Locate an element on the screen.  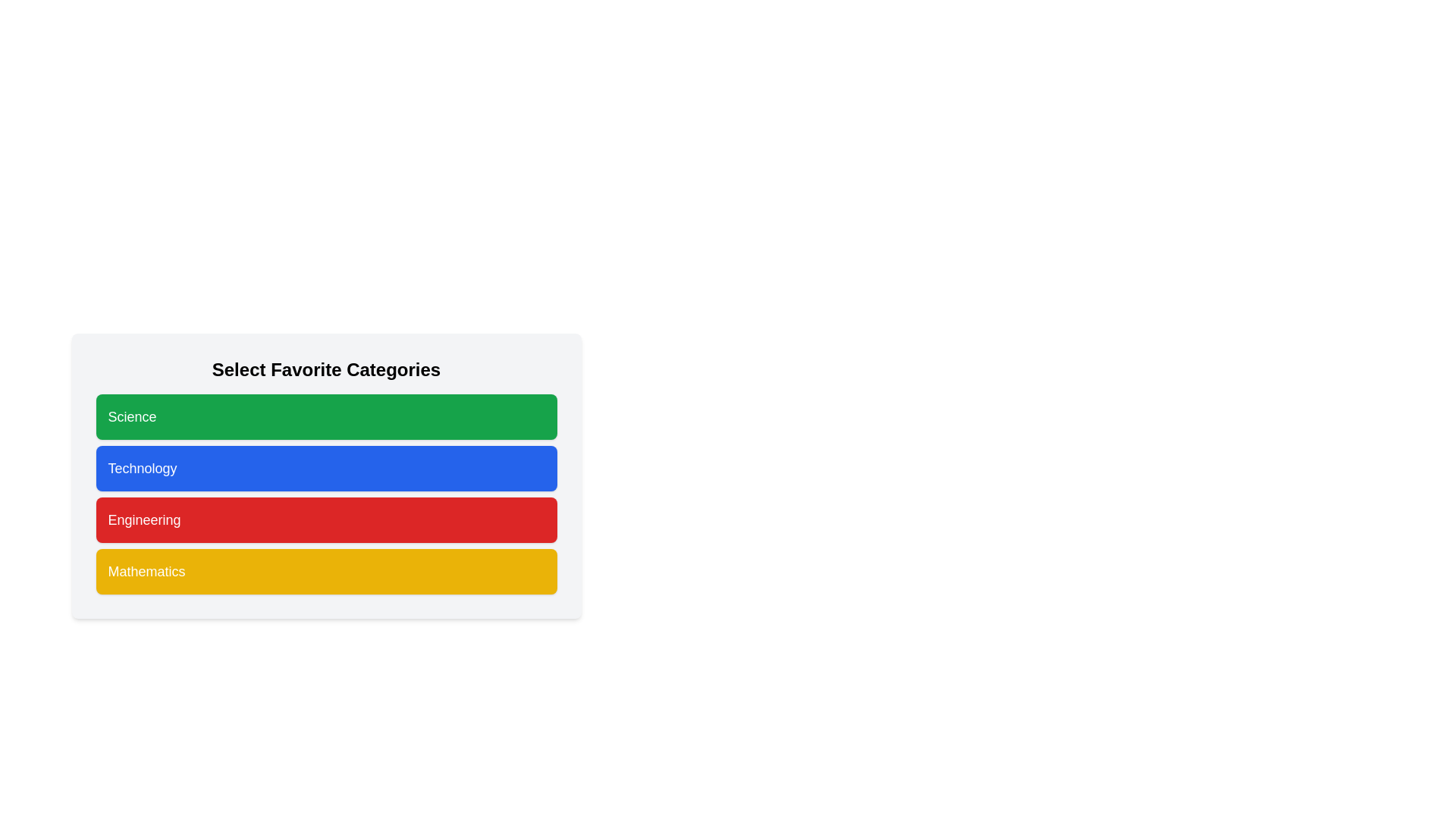
the selectable card or button for the 'Technology' category, which is the second element in a vertical list of four items under the 'Select Favorite Categories' title is located at coordinates (325, 494).